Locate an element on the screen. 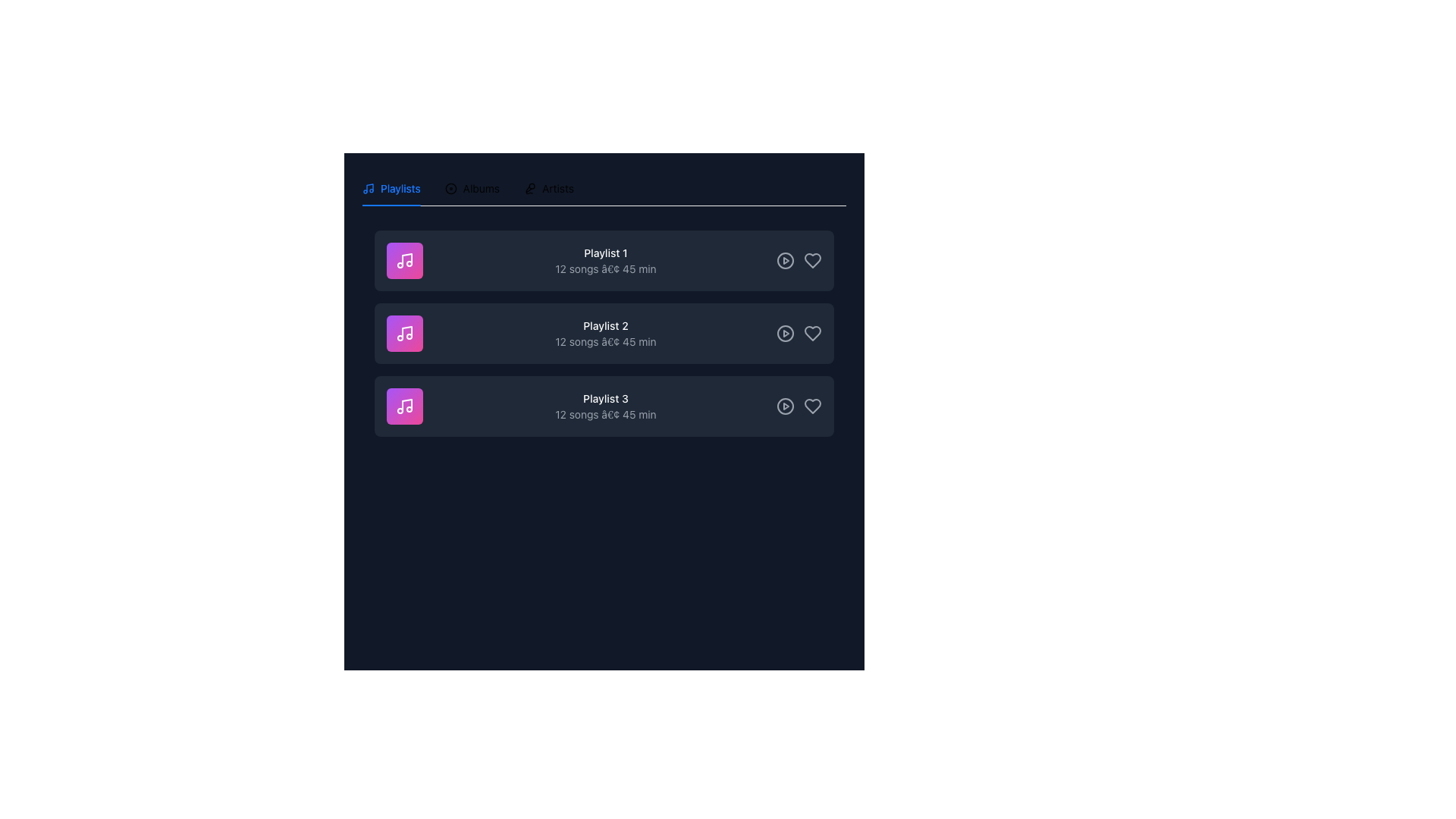  the heart-shaped icon button next to the title and description of 'Playlist 3' is located at coordinates (811, 406).